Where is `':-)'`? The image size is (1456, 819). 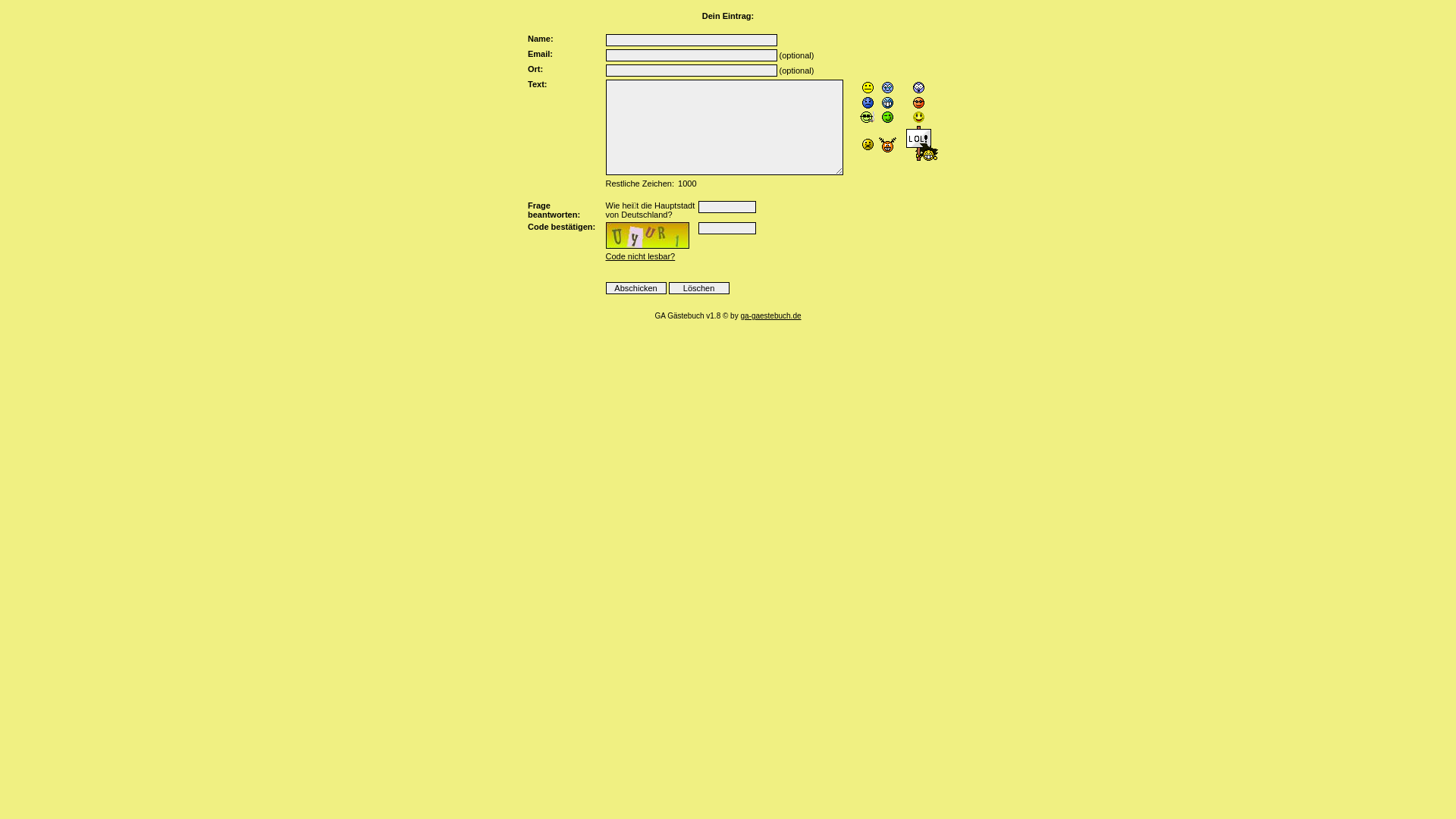
':-)' is located at coordinates (918, 116).